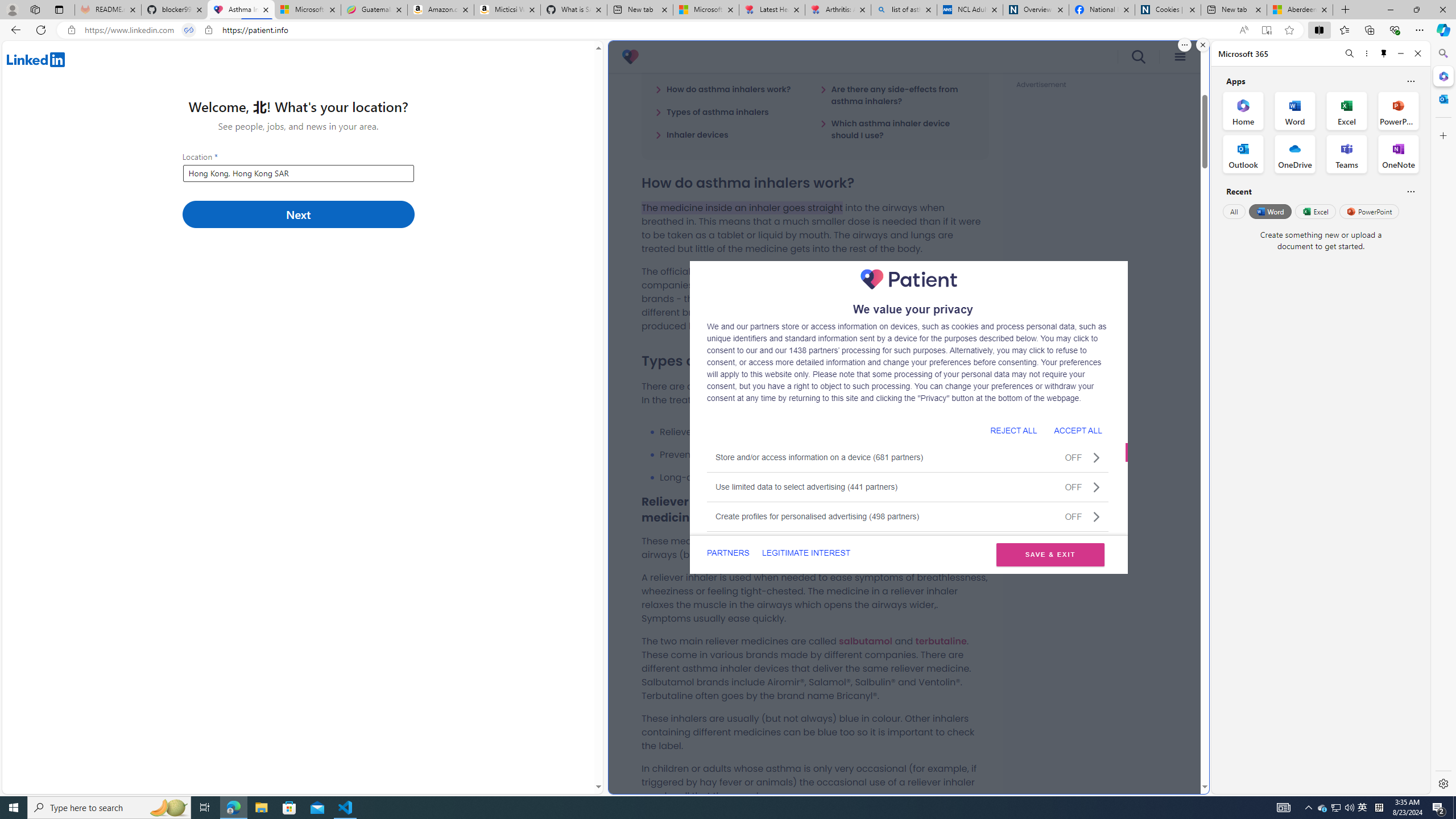 This screenshot has height=819, width=1456. What do you see at coordinates (1233, 9) in the screenshot?
I see `'New tab'` at bounding box center [1233, 9].